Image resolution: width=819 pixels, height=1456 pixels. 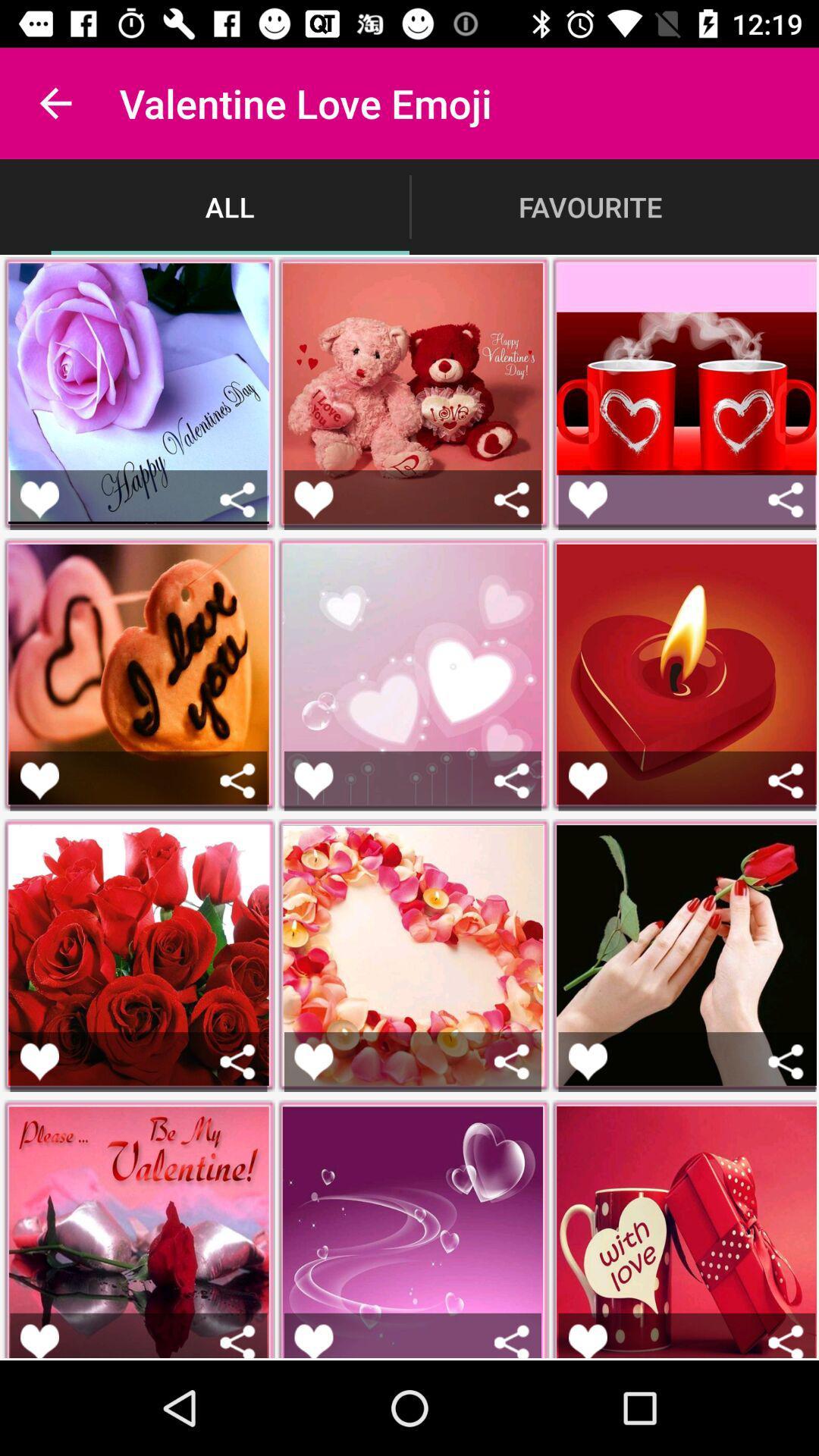 What do you see at coordinates (587, 780) in the screenshot?
I see `like emoji` at bounding box center [587, 780].